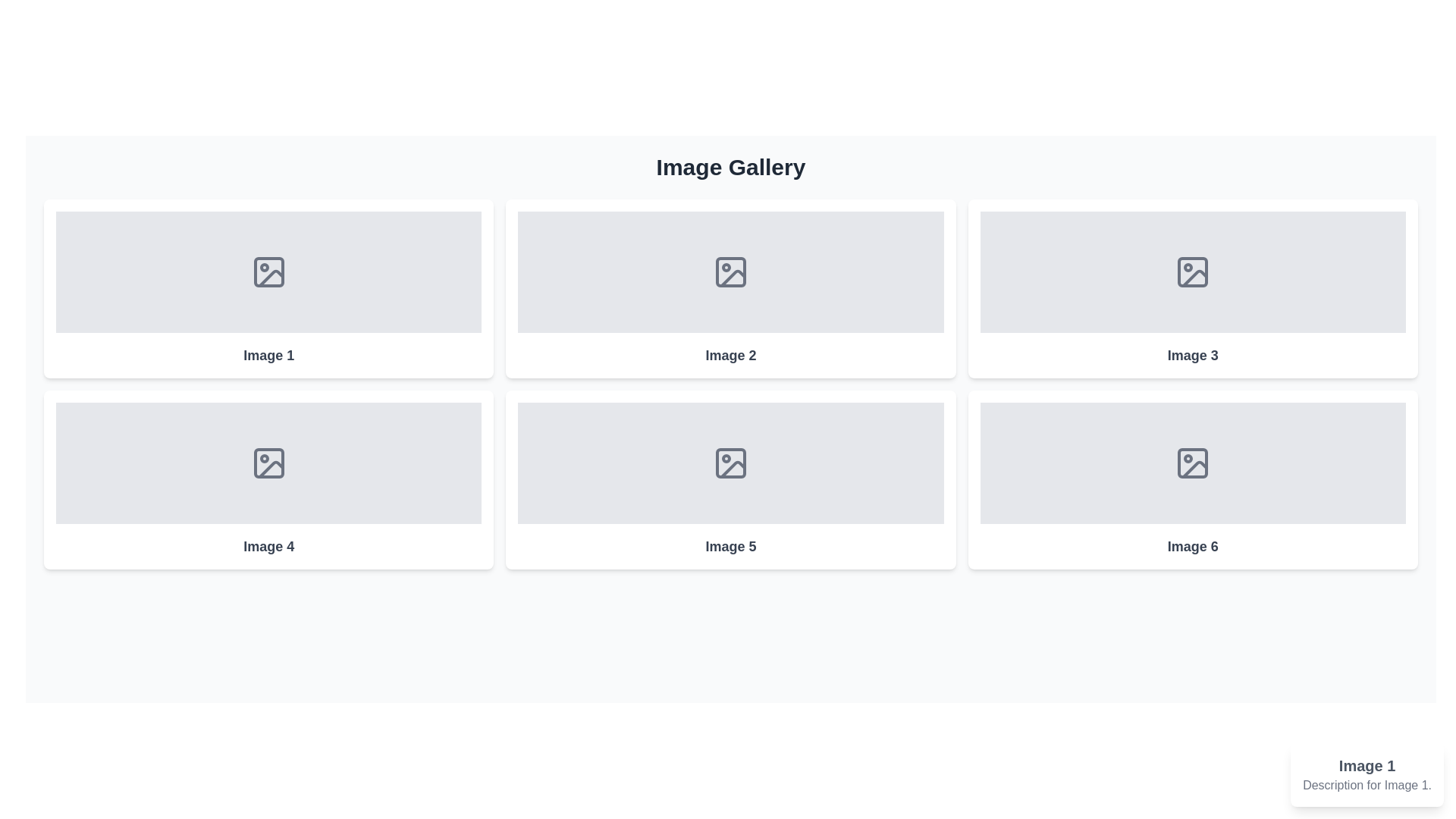 The height and width of the screenshot is (819, 1456). I want to click on informational text label located in the second row, first column of the grid layout, positioned below the image placeholder, so click(268, 547).